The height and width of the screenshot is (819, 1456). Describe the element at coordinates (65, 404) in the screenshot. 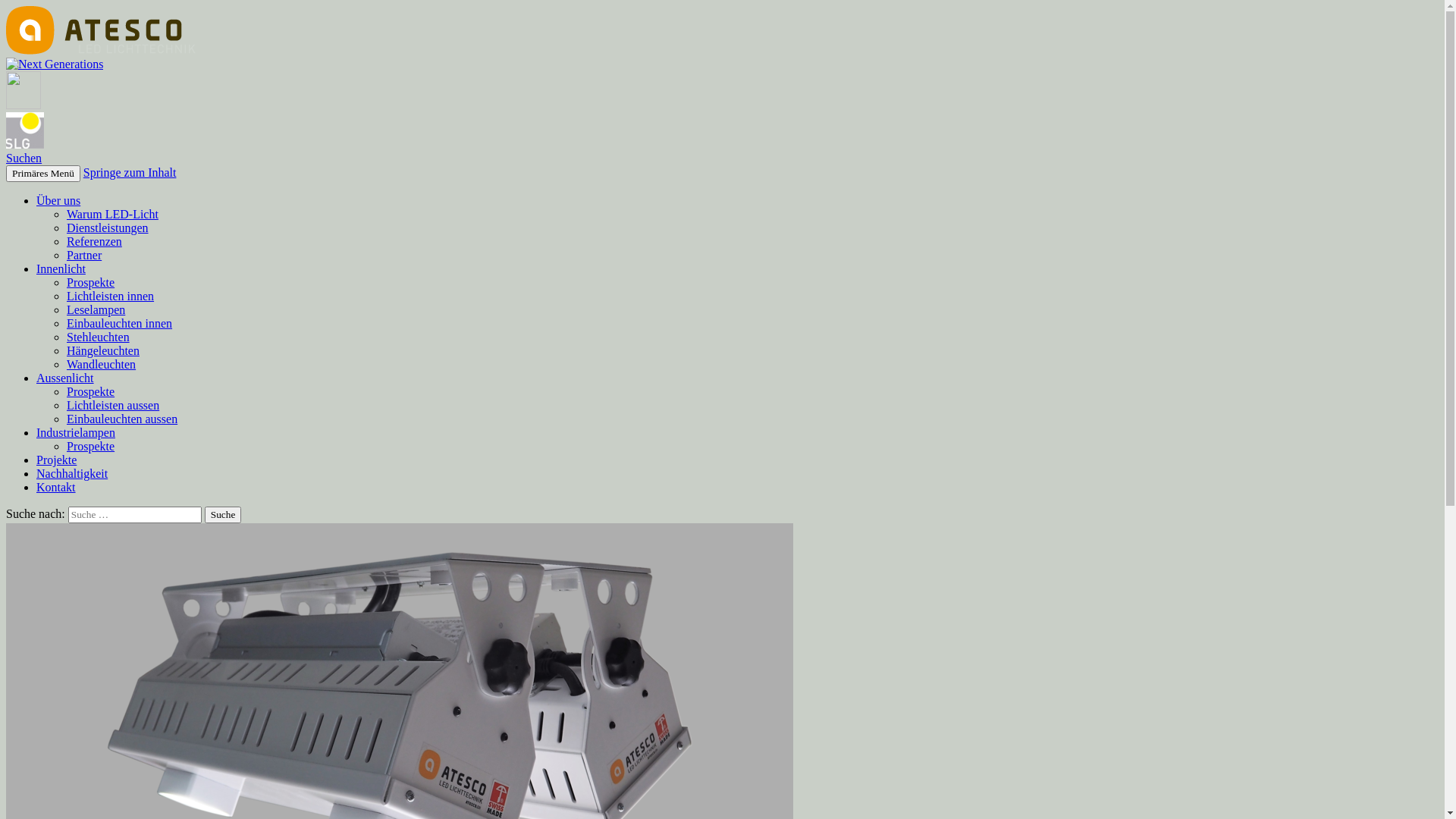

I see `'Lichtleisten aussen'` at that location.